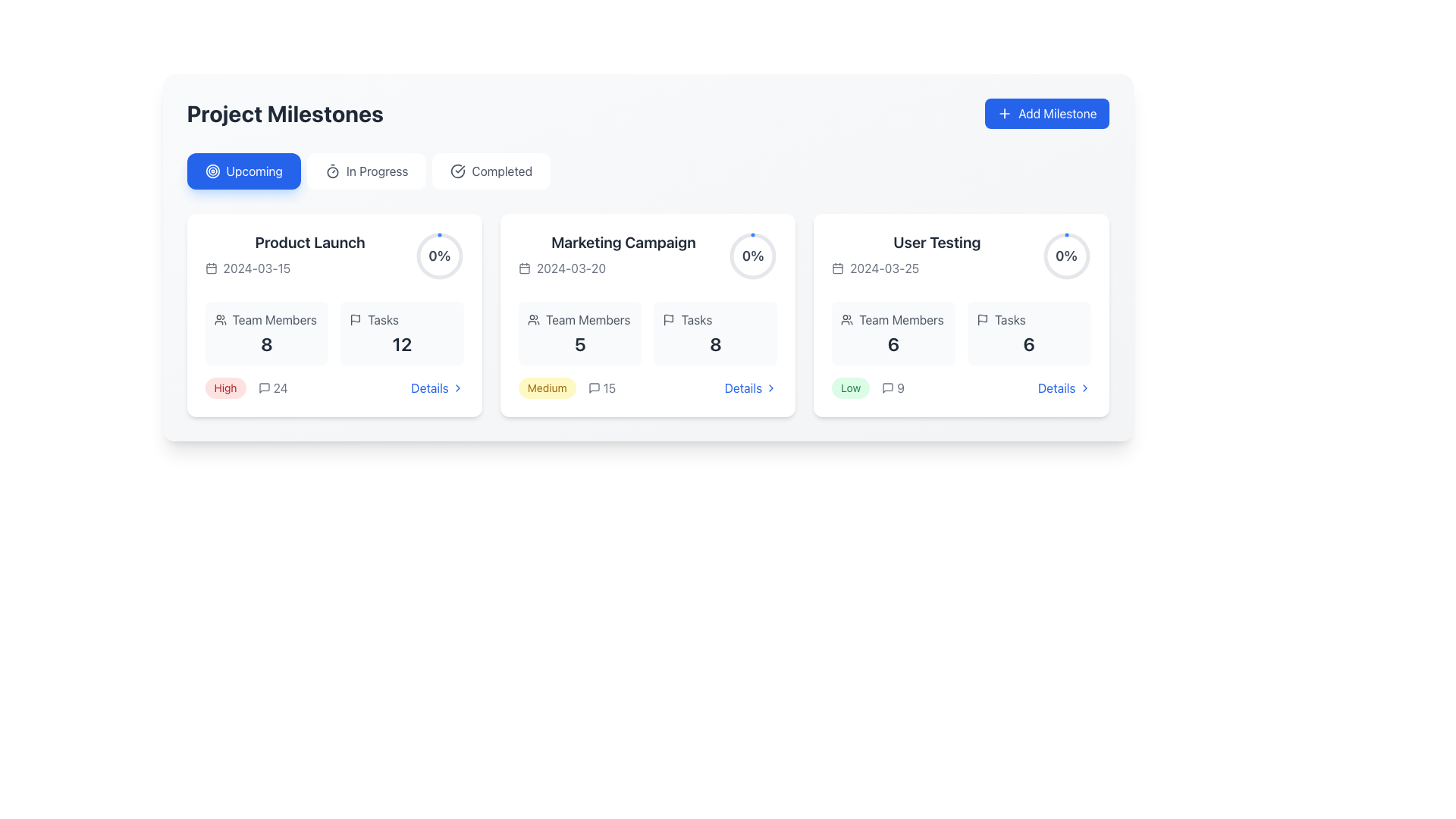 This screenshot has height=819, width=1456. I want to click on displayed percentage value of the circular progress indicator, which is located in the top-right corner of the 'User Testing' card, showing '0%' in a bold font, so click(1065, 256).